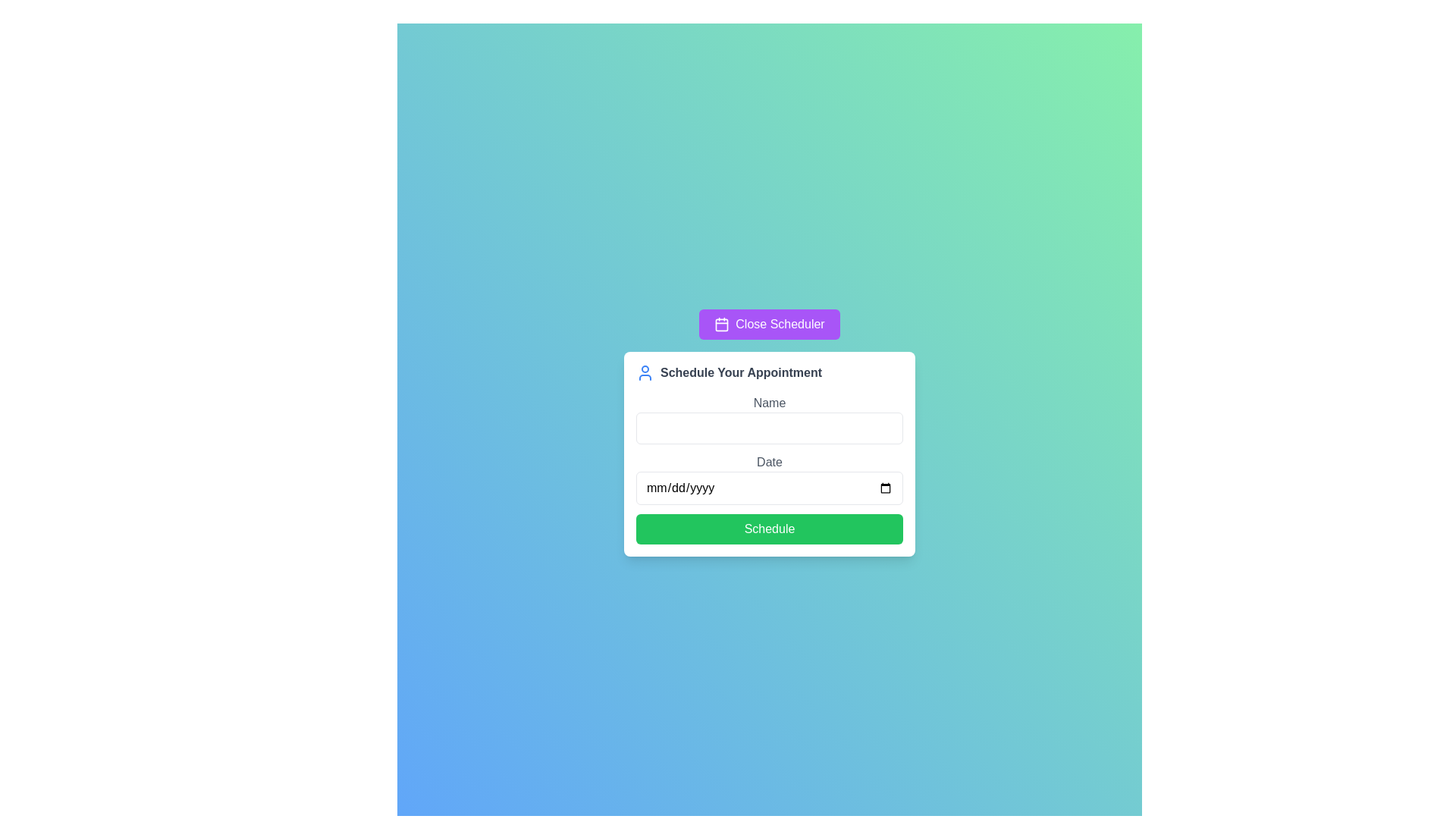 The image size is (1456, 819). Describe the element at coordinates (721, 324) in the screenshot. I see `the decorative SVG Rectangle element inside the calendar icon, positioned near the text 'Close Scheduler'` at that location.